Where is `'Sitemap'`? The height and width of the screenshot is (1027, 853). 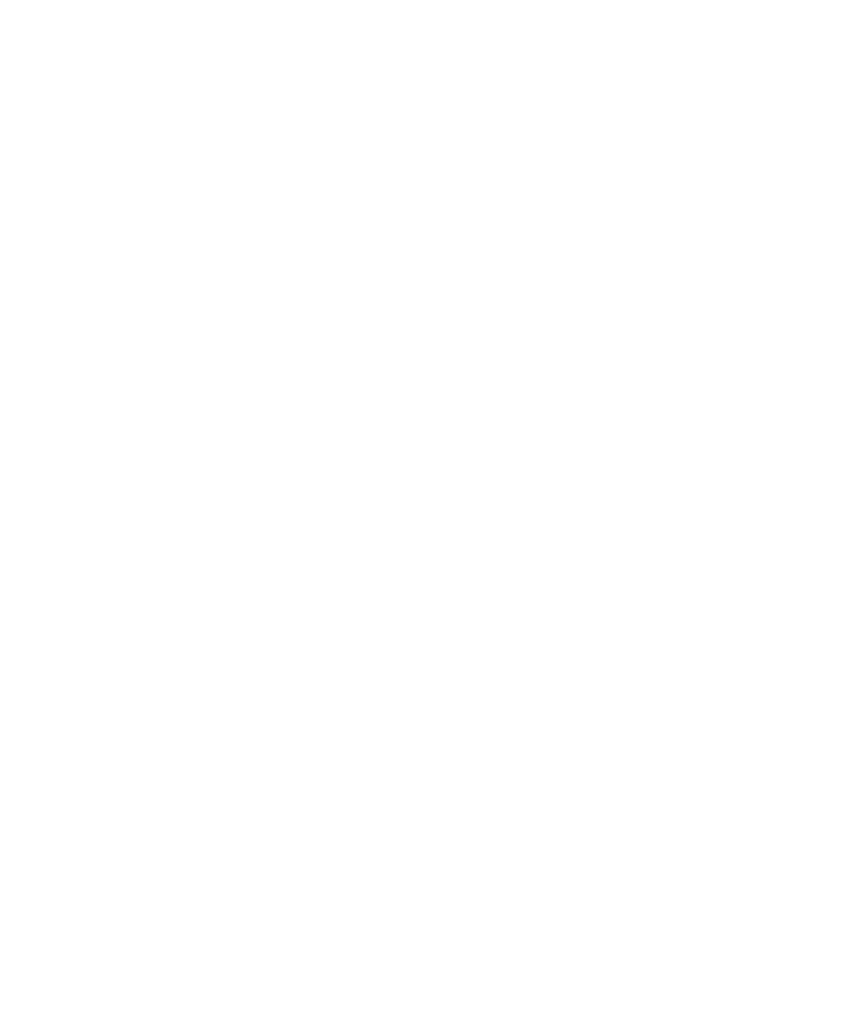
'Sitemap' is located at coordinates (351, 978).